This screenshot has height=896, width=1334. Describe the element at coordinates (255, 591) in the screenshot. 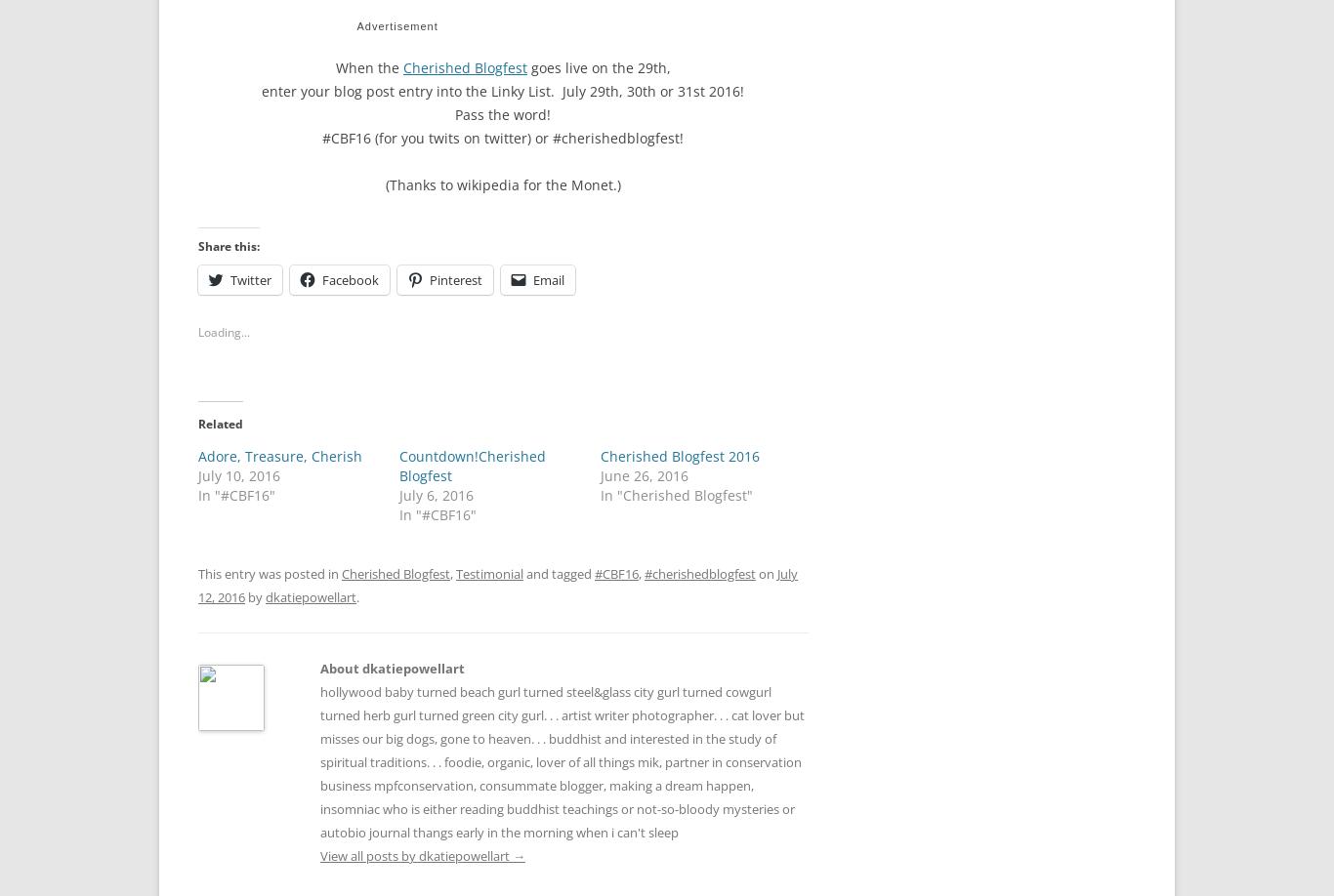

I see `'by'` at that location.